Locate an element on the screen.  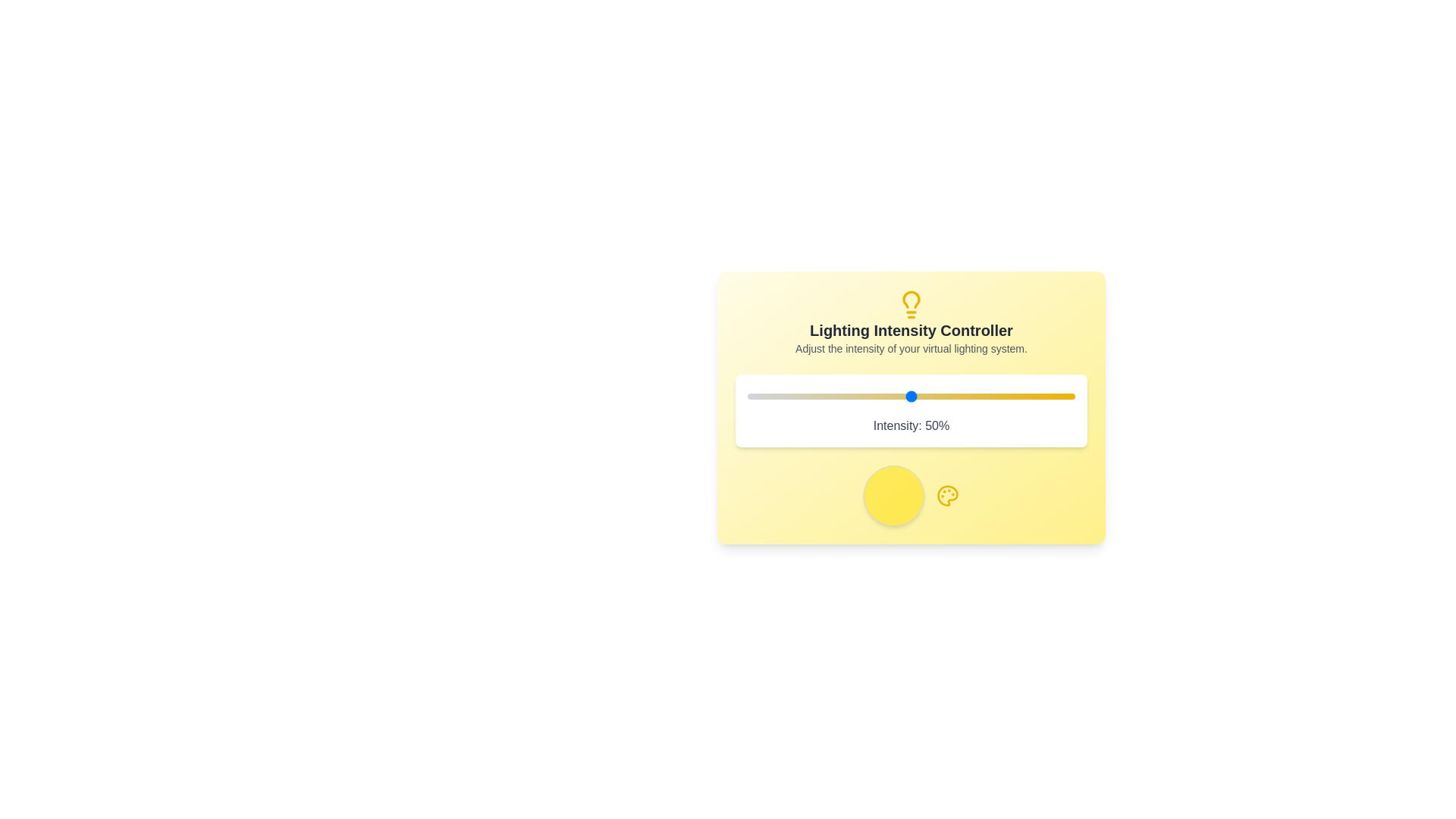
the lighting intensity to 80% by interacting with the slider is located at coordinates (1009, 396).